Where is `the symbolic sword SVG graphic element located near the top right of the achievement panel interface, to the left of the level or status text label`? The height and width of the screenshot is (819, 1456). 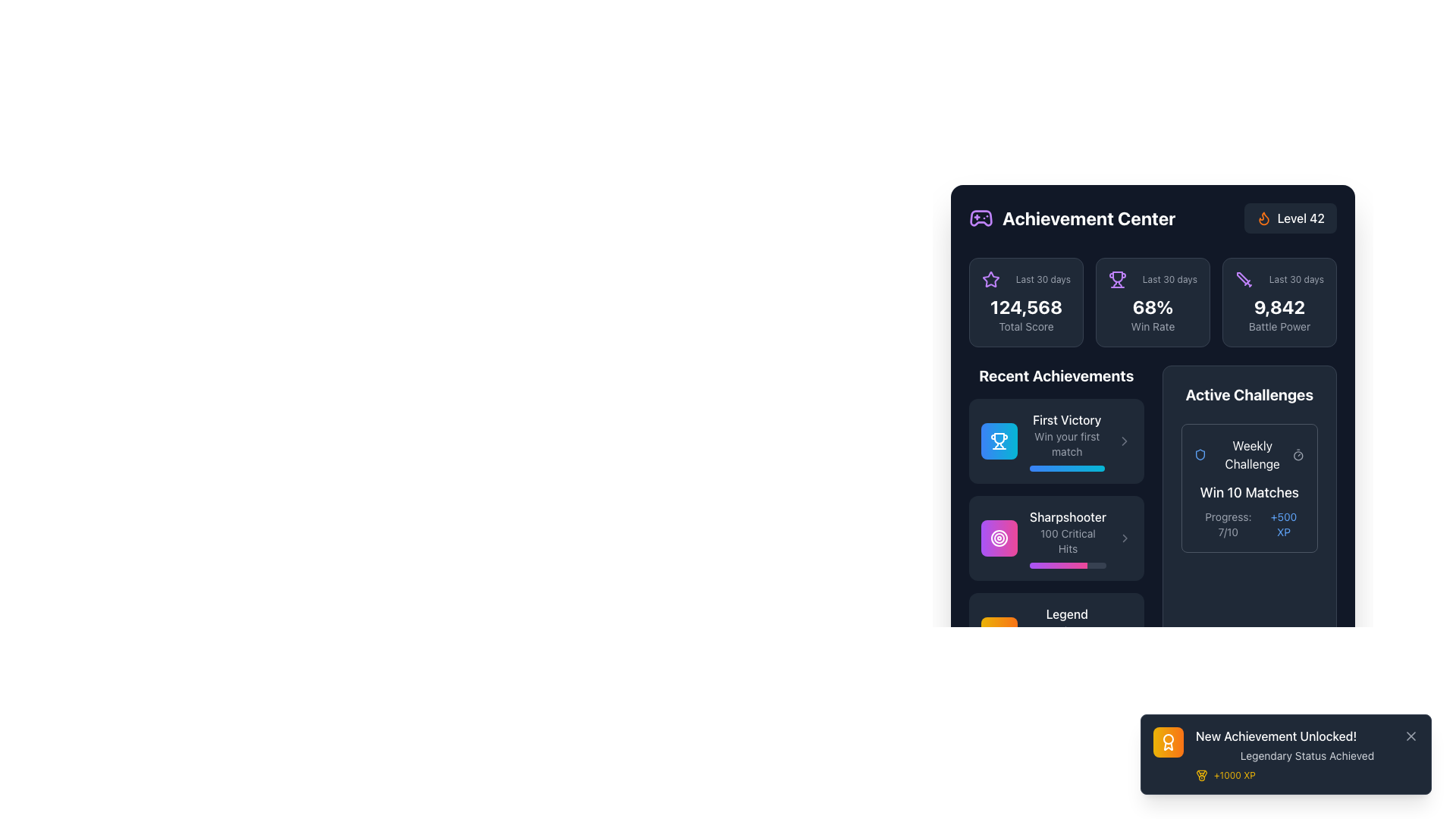 the symbolic sword SVG graphic element located near the top right of the achievement panel interface, to the left of the level or status text label is located at coordinates (1243, 278).